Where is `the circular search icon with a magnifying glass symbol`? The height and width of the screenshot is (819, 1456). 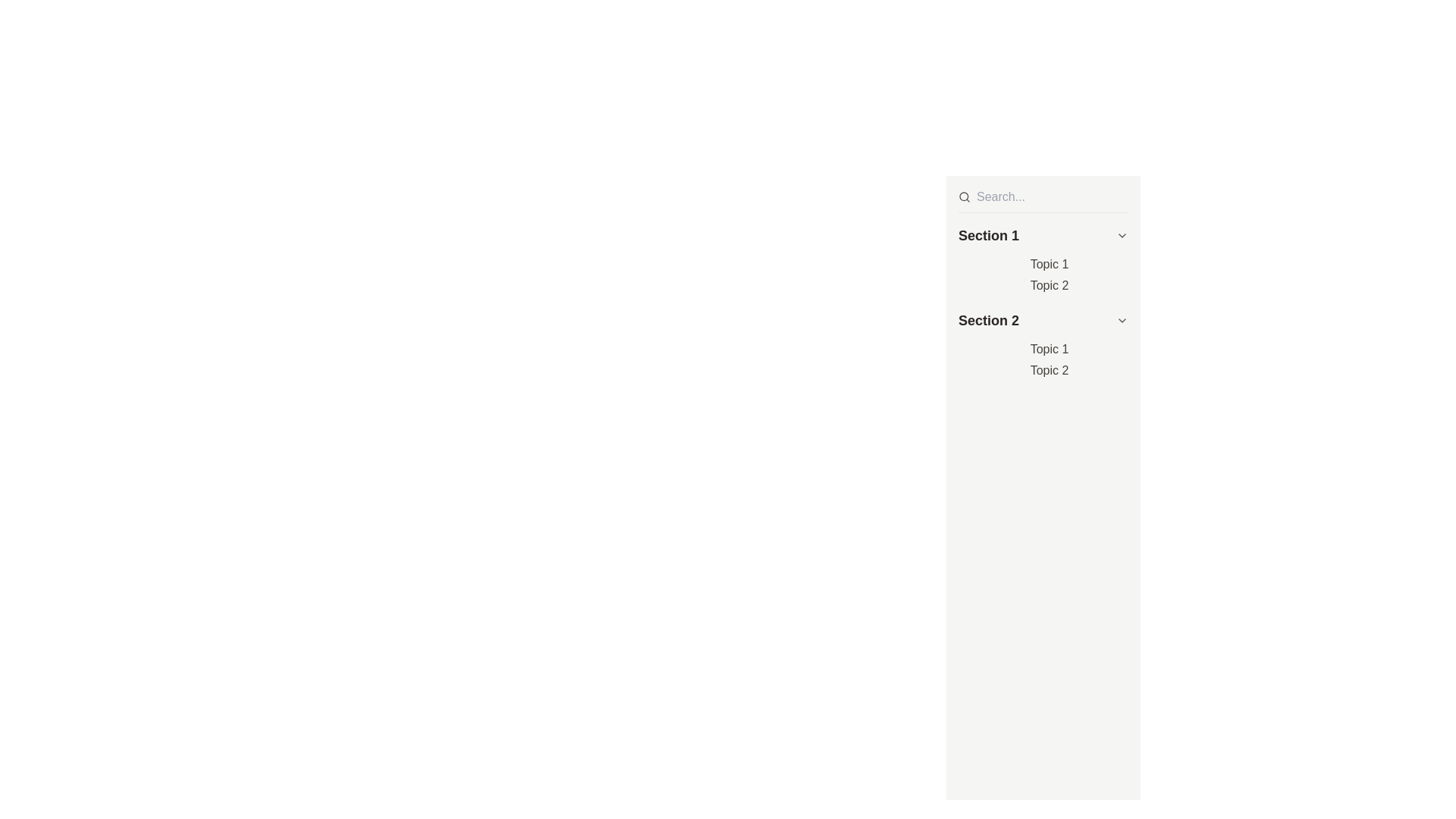
the circular search icon with a magnifying glass symbol is located at coordinates (964, 196).